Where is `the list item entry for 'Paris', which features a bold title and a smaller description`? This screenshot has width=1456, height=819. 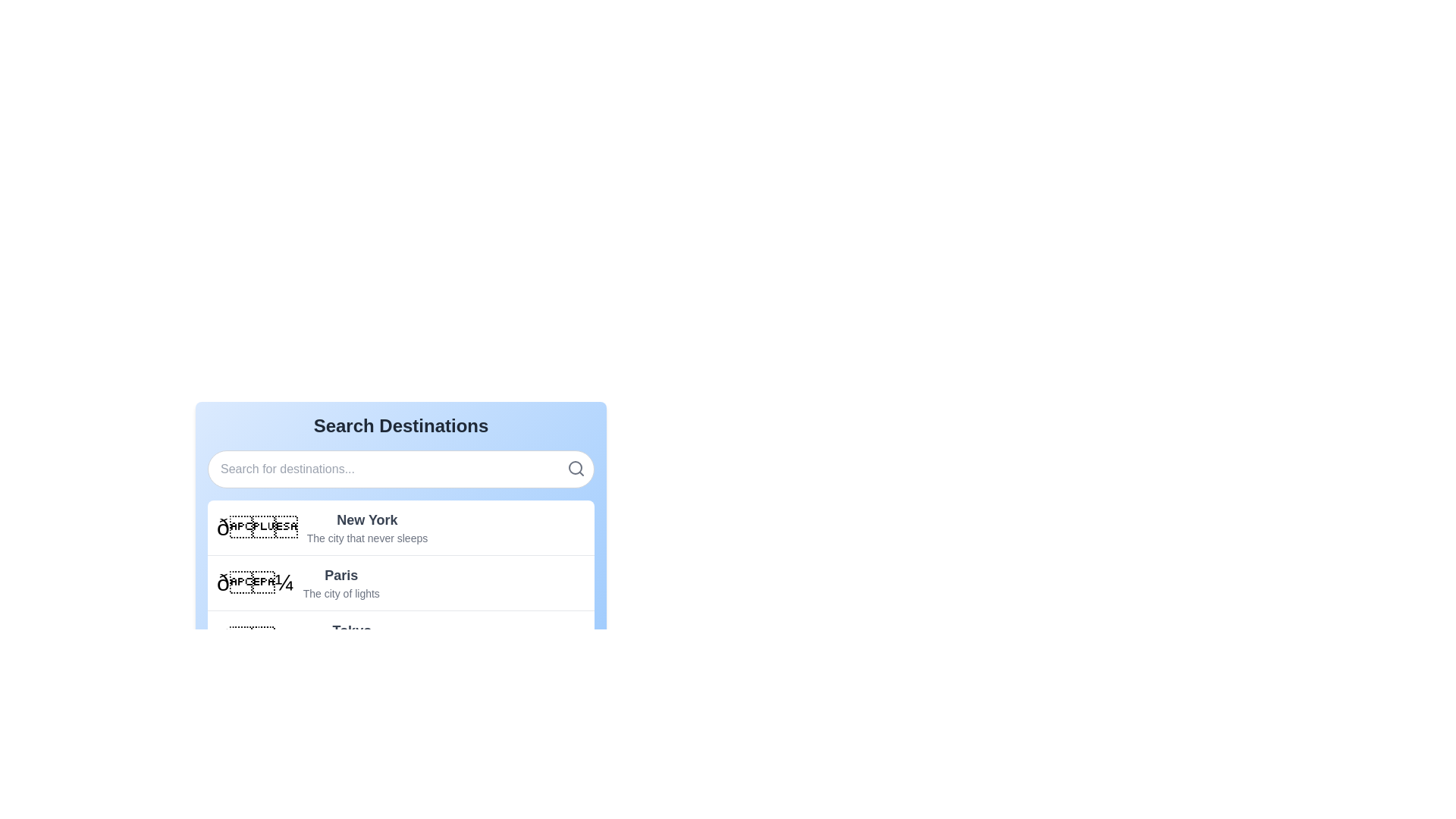 the list item entry for 'Paris', which features a bold title and a smaller description is located at coordinates (400, 582).